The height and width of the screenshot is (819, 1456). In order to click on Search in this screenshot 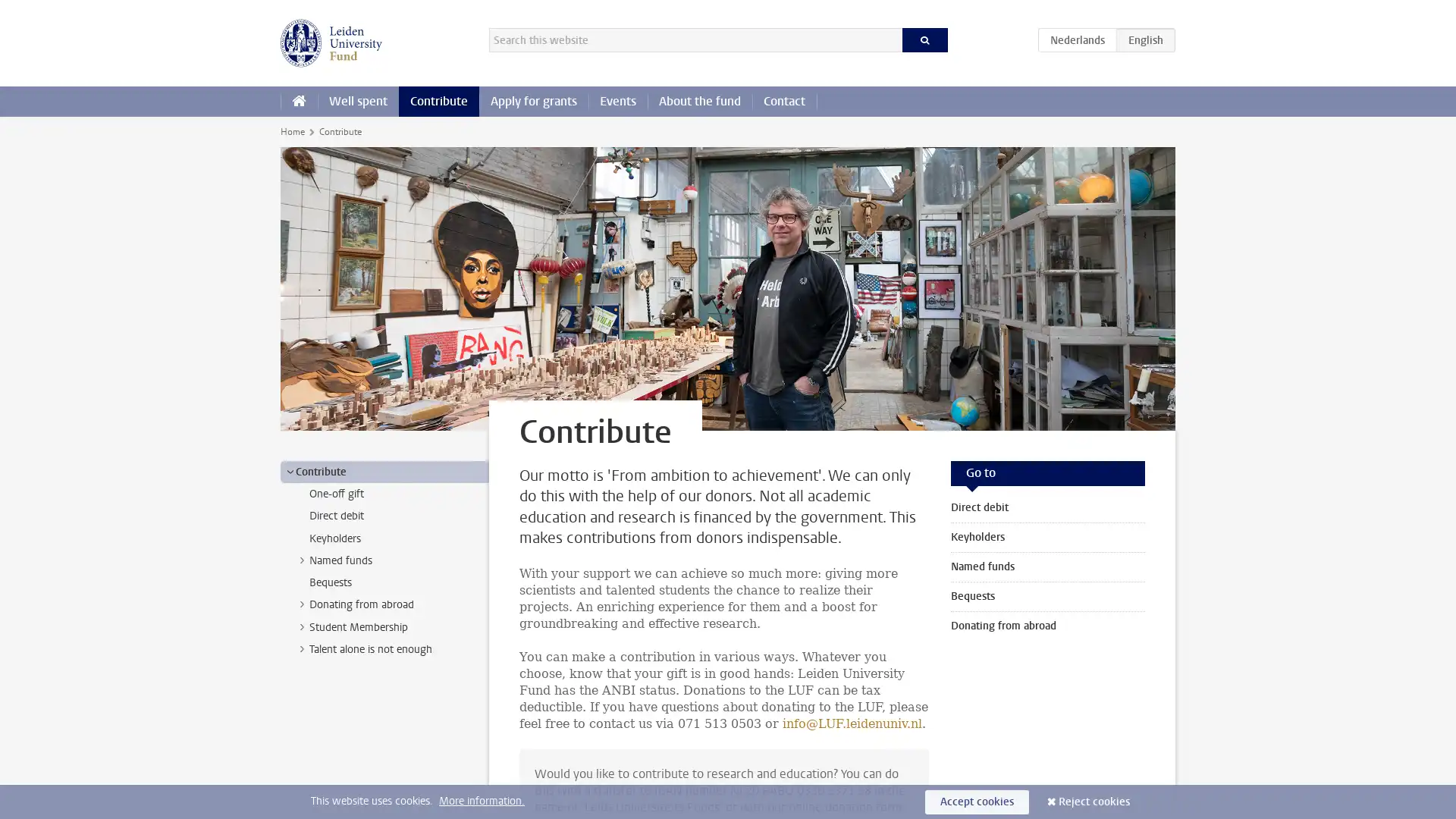, I will do `click(924, 39)`.